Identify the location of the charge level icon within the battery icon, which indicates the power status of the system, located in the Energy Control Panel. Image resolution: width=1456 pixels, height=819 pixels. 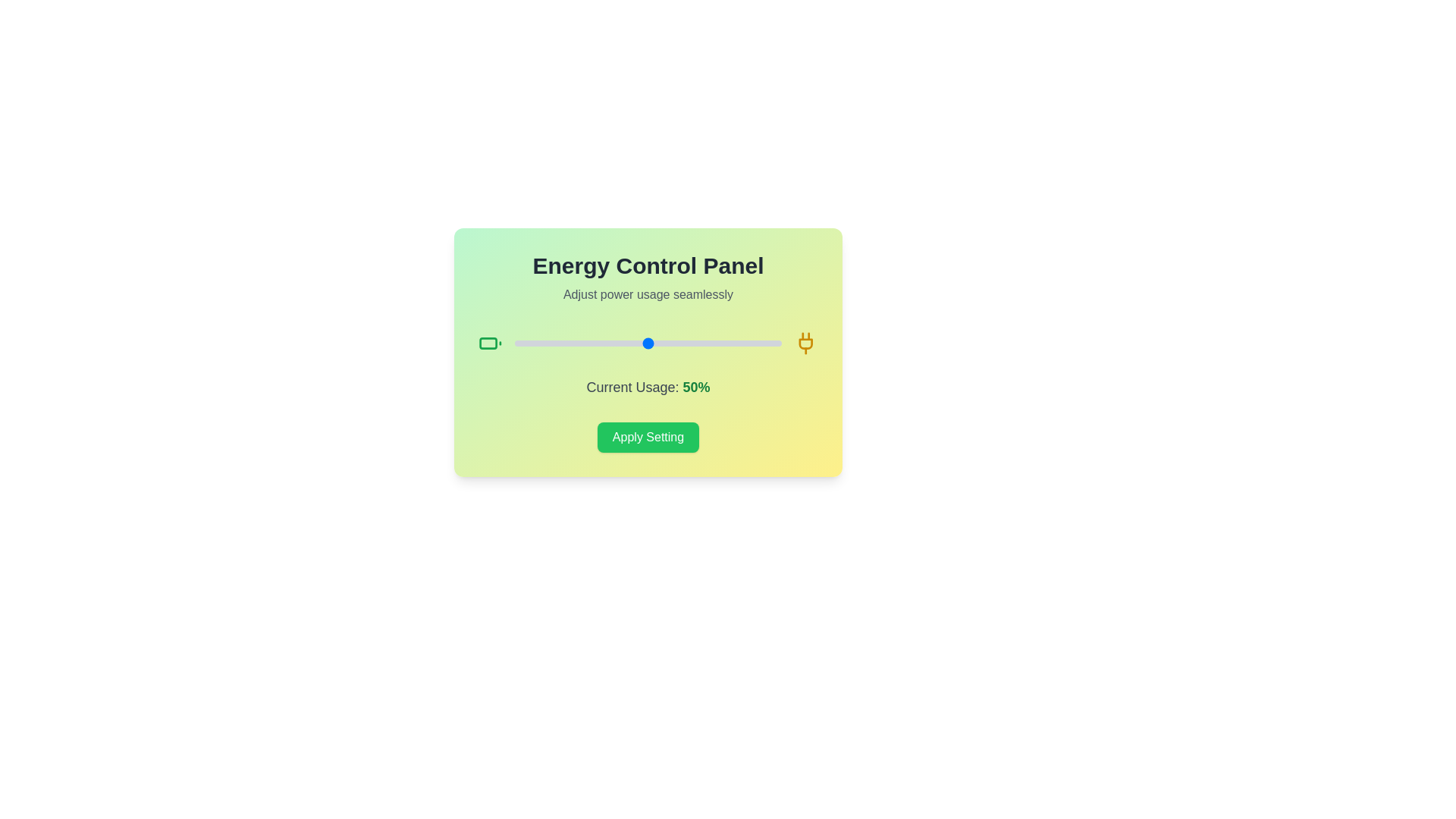
(488, 343).